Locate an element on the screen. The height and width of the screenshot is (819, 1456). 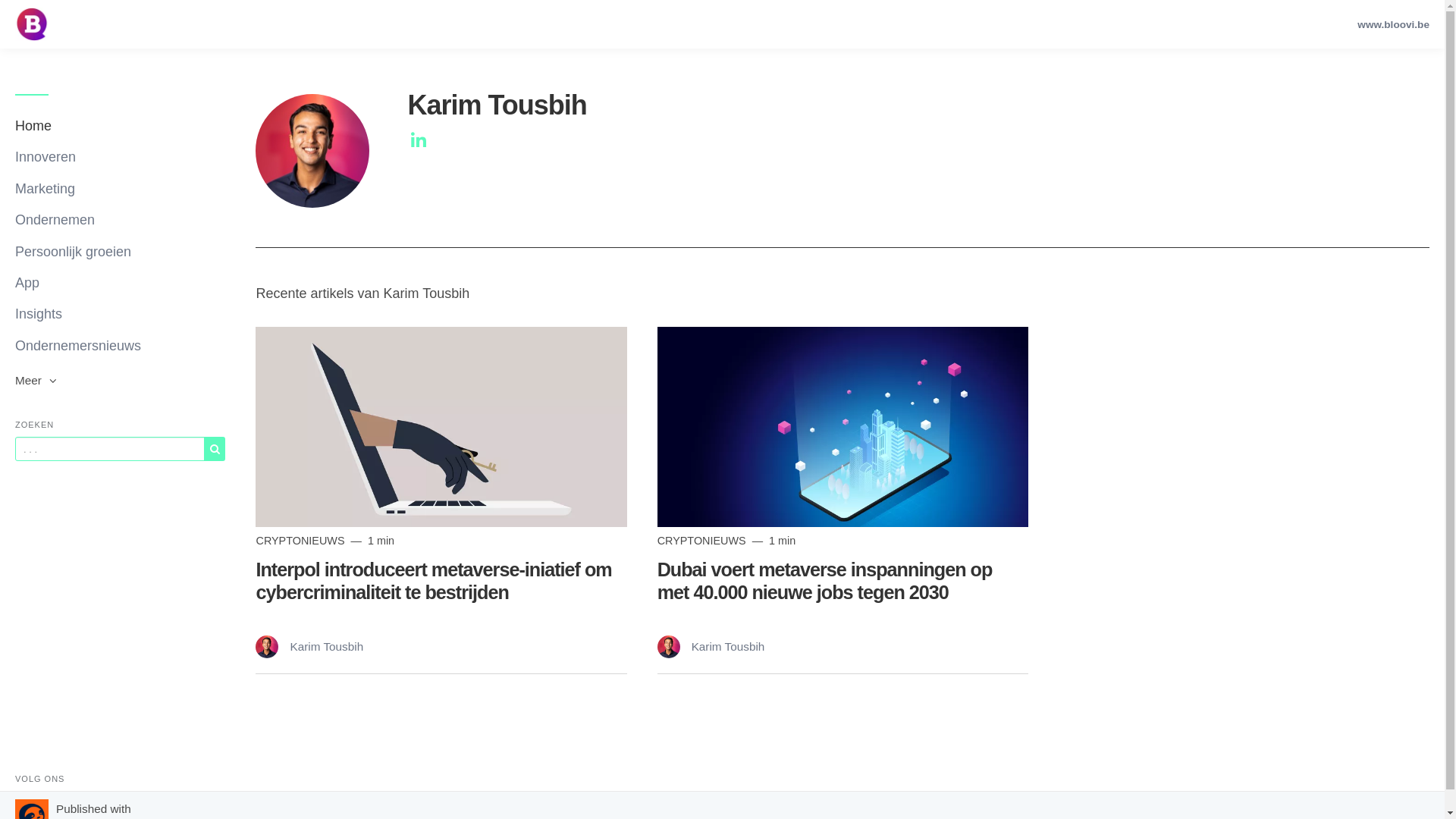
'Marketing' is located at coordinates (119, 188).